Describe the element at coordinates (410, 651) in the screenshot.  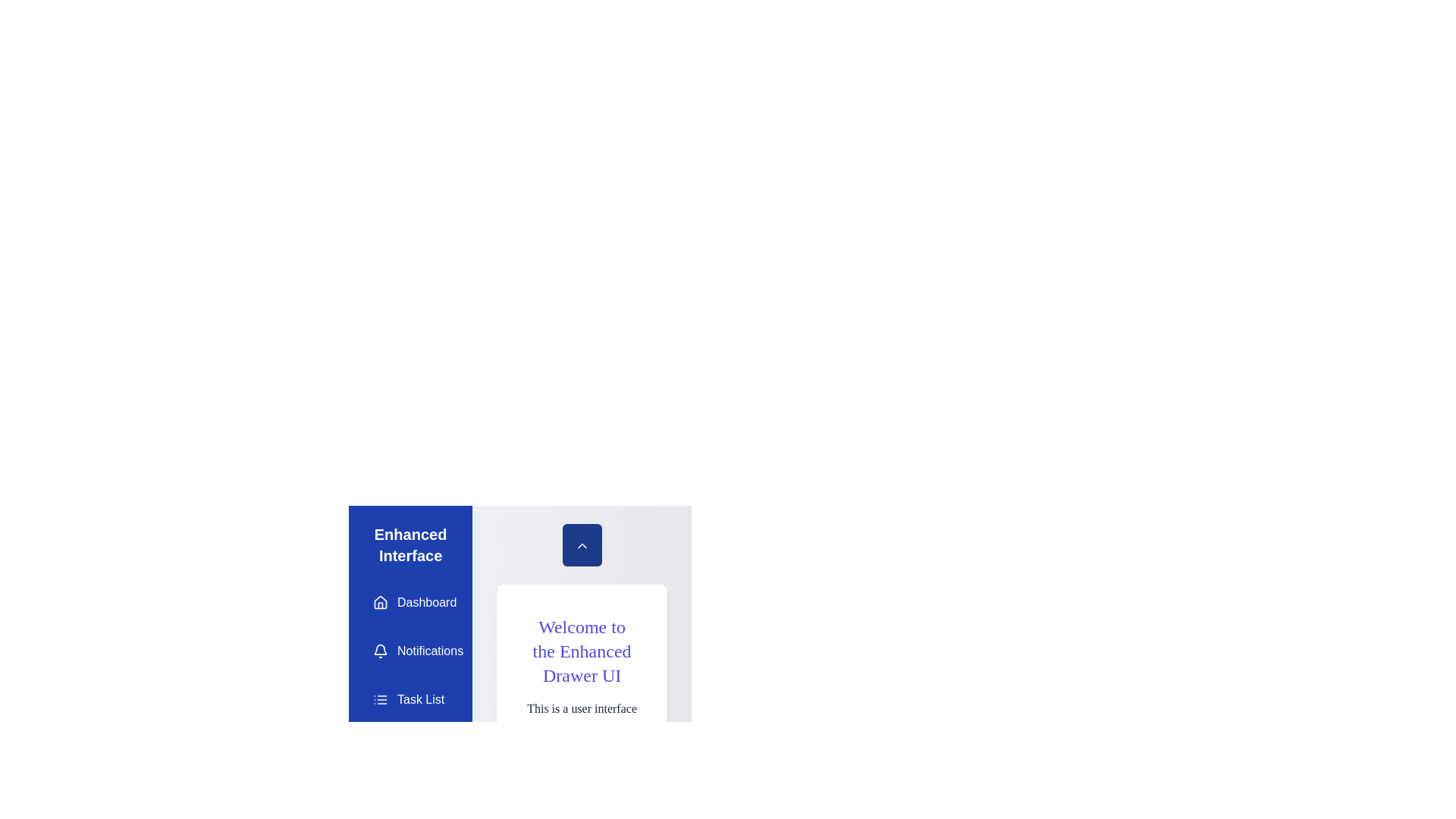
I see `the drawer item Notifications to navigate` at that location.